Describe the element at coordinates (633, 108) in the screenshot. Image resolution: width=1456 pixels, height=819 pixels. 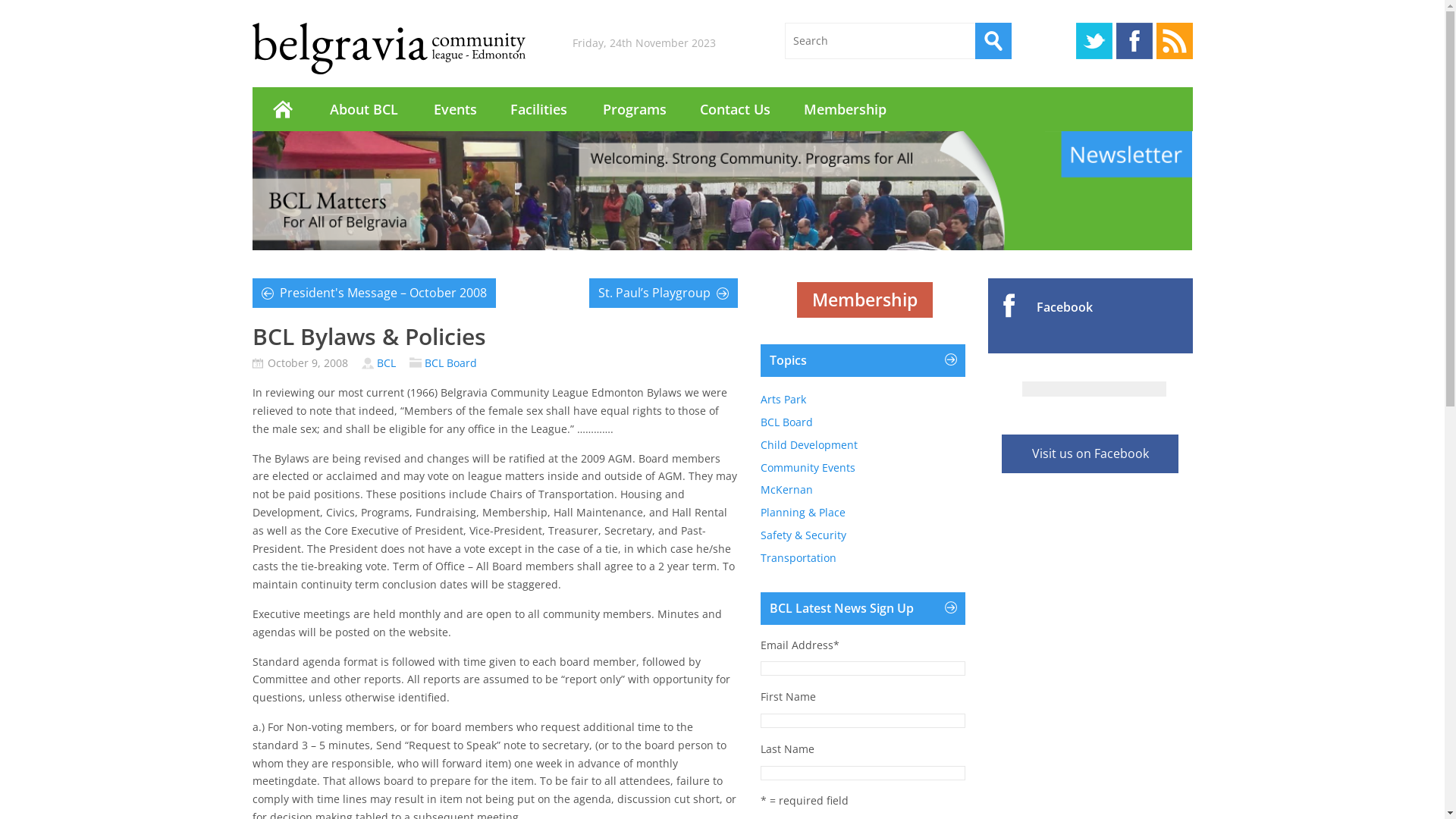
I see `'Programs'` at that location.